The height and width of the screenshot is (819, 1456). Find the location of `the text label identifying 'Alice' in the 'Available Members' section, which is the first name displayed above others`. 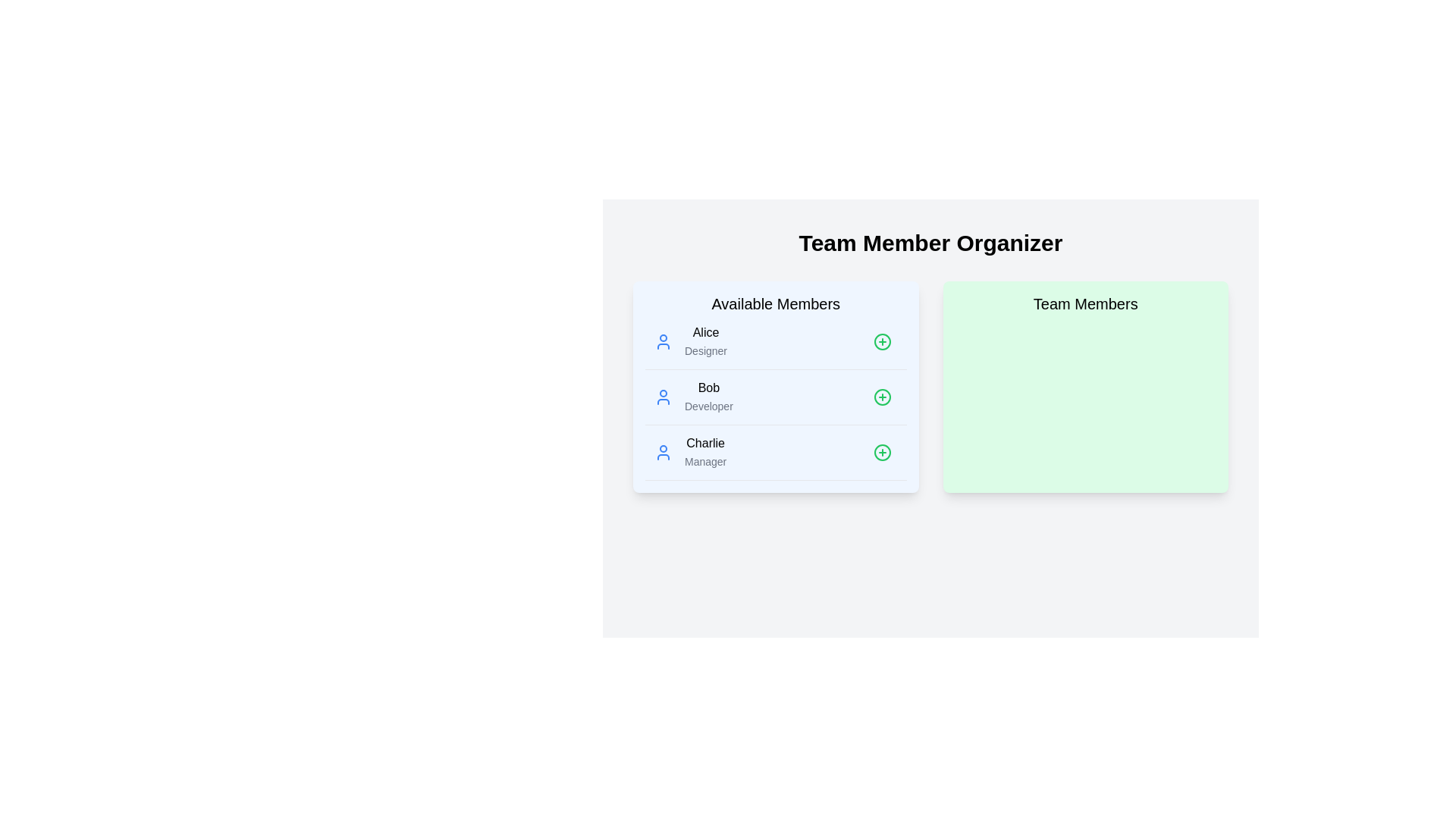

the text label identifying 'Alice' in the 'Available Members' section, which is the first name displayed above others is located at coordinates (705, 332).